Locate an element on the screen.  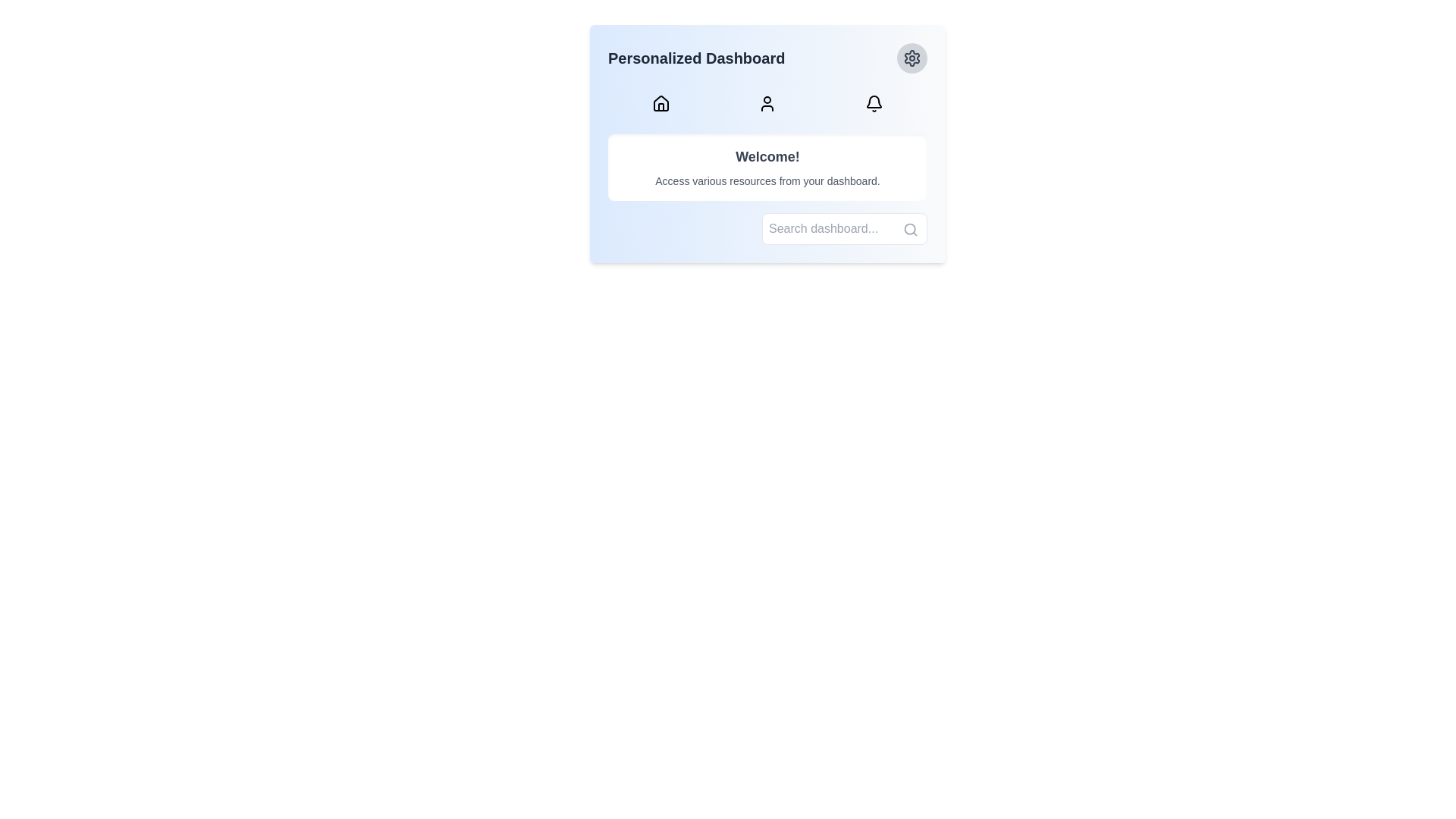
the search icon adjacent to the Search text input field to initiate the search functionality is located at coordinates (843, 228).